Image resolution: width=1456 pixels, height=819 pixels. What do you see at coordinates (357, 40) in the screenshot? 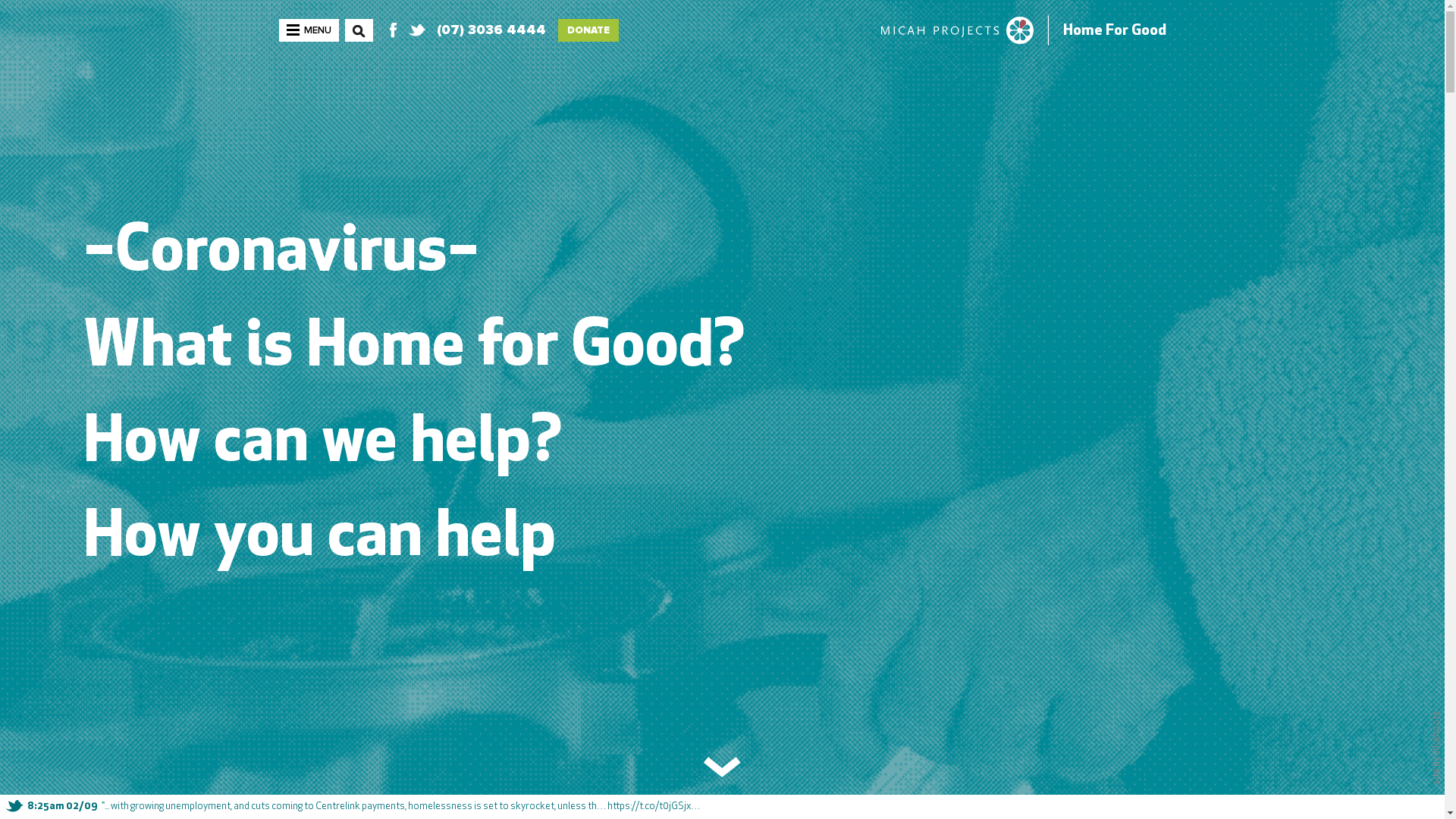
I see `'SEARCH'` at bounding box center [357, 40].